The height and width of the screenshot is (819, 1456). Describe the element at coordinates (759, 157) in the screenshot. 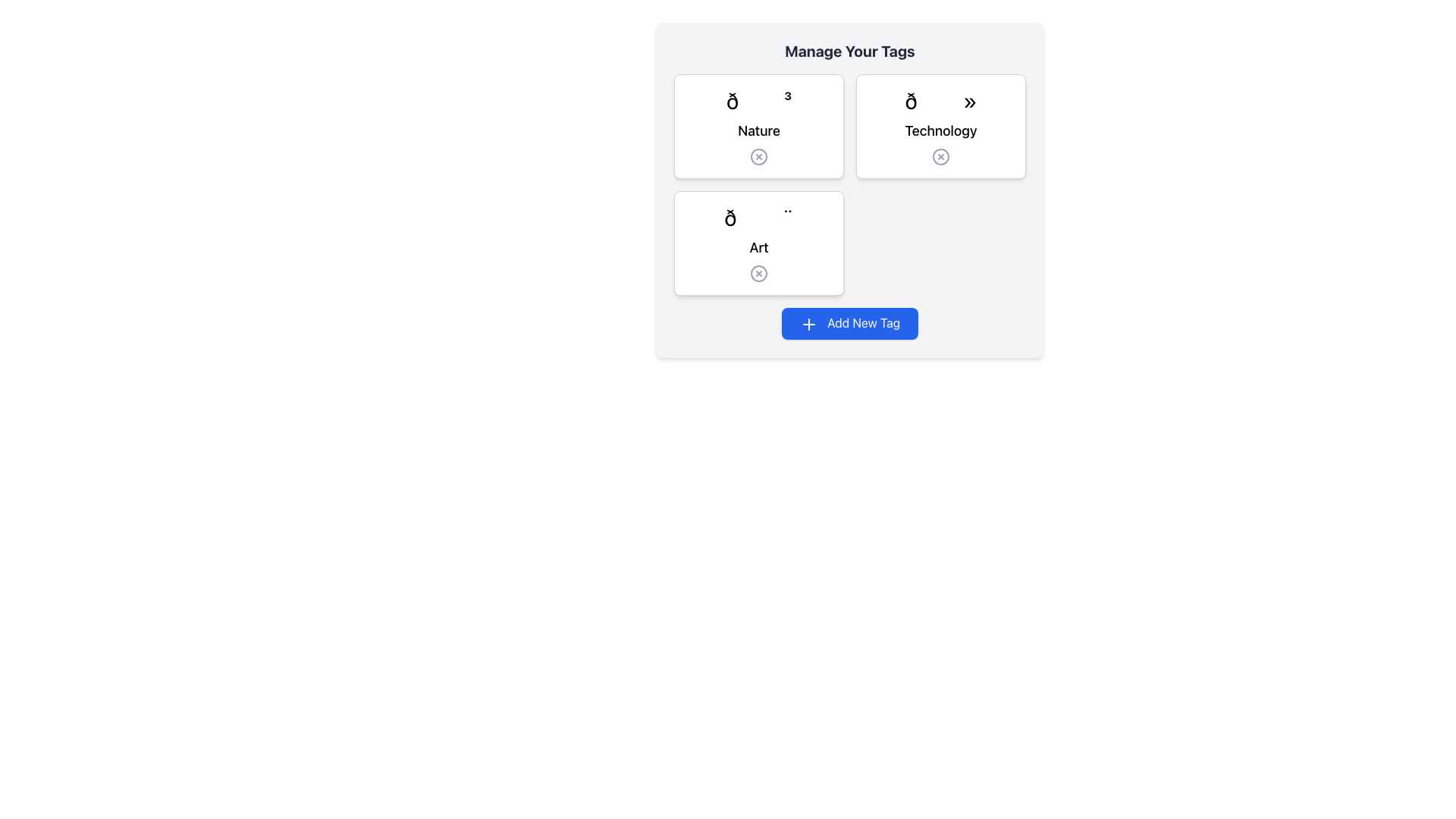

I see `the circular 'X' button with a gray outline` at that location.